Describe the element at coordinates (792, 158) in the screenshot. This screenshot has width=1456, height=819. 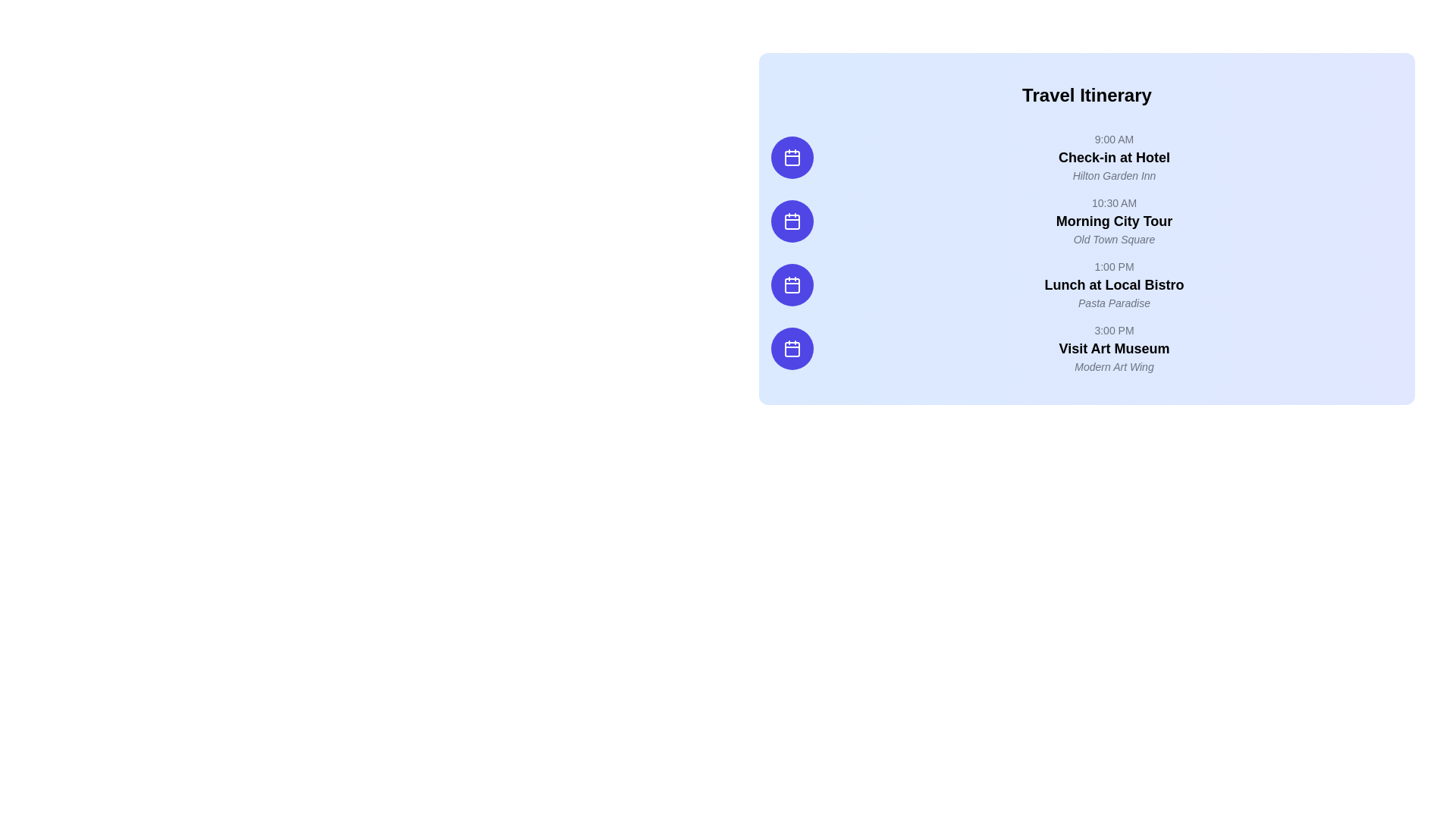
I see `the circular button with a purple background featuring a white calendar icon, which is aligned with the schedule item 'Check-in at Hotel'` at that location.